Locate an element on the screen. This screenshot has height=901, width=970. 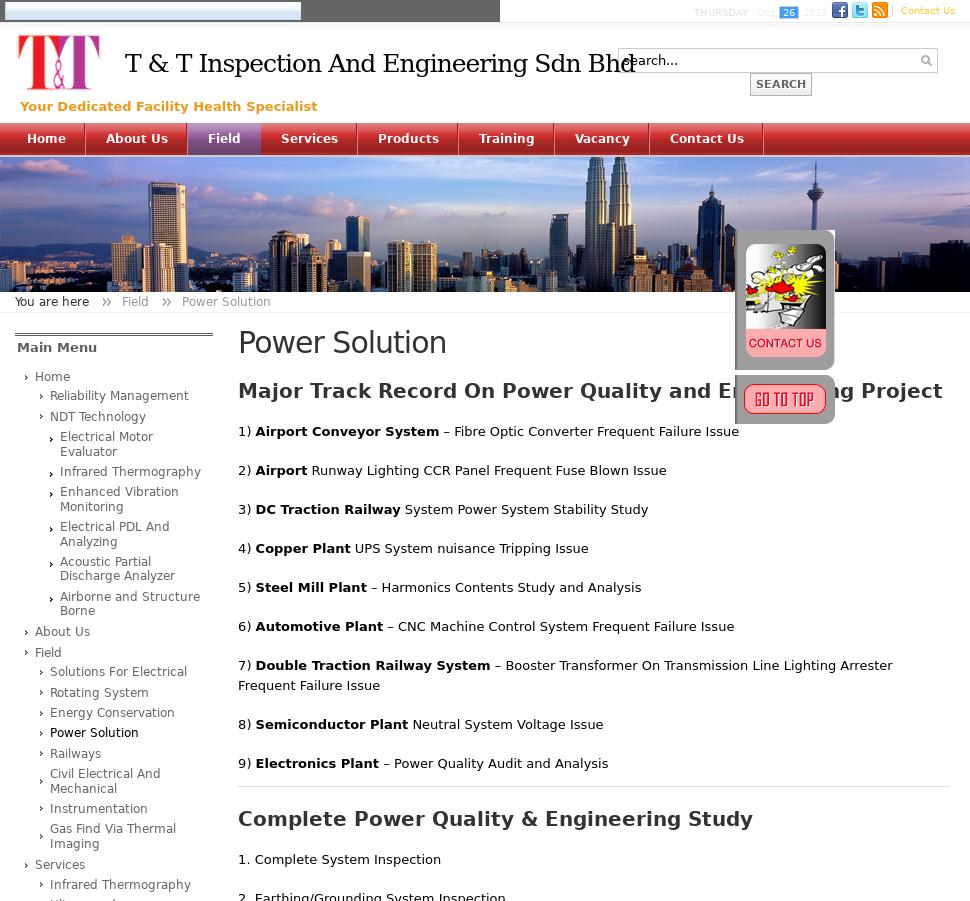
'System Power System Stability Study' is located at coordinates (523, 509).